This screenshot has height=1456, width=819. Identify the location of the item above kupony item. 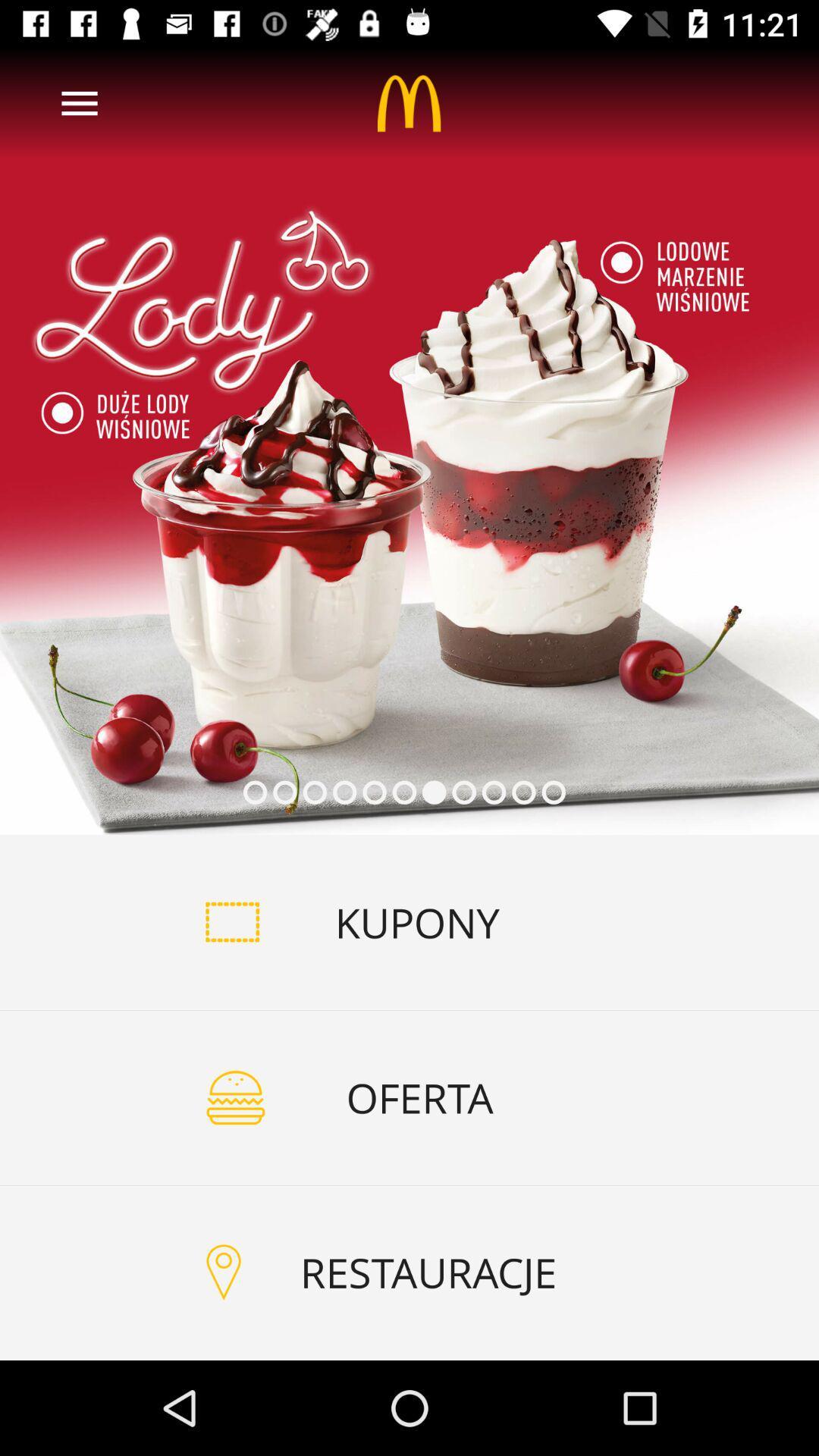
(409, 440).